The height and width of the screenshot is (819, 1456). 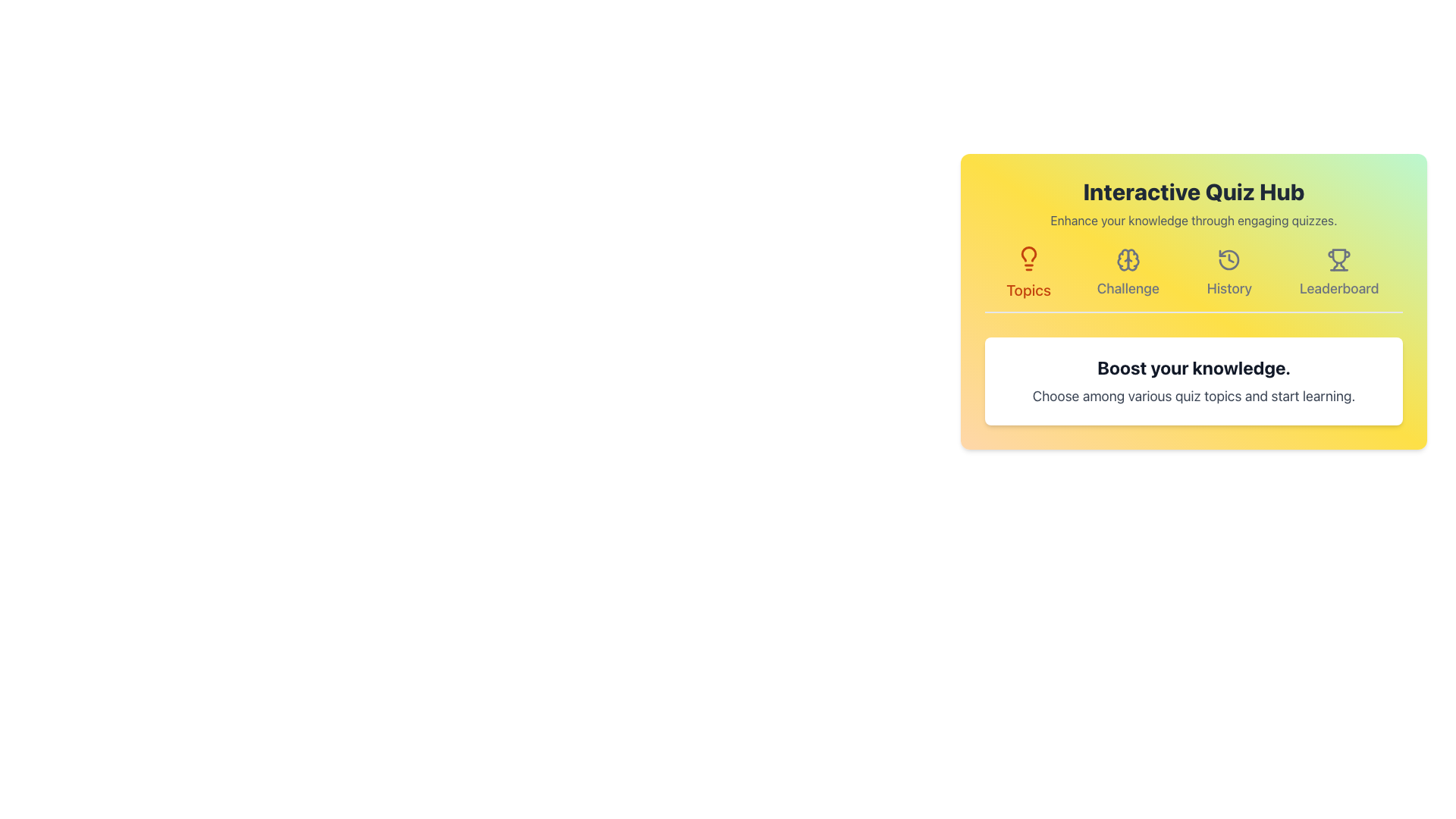 What do you see at coordinates (1029, 290) in the screenshot?
I see `the clickable text label for 'Topics' located under the lightbulb icon in the navigation menu` at bounding box center [1029, 290].